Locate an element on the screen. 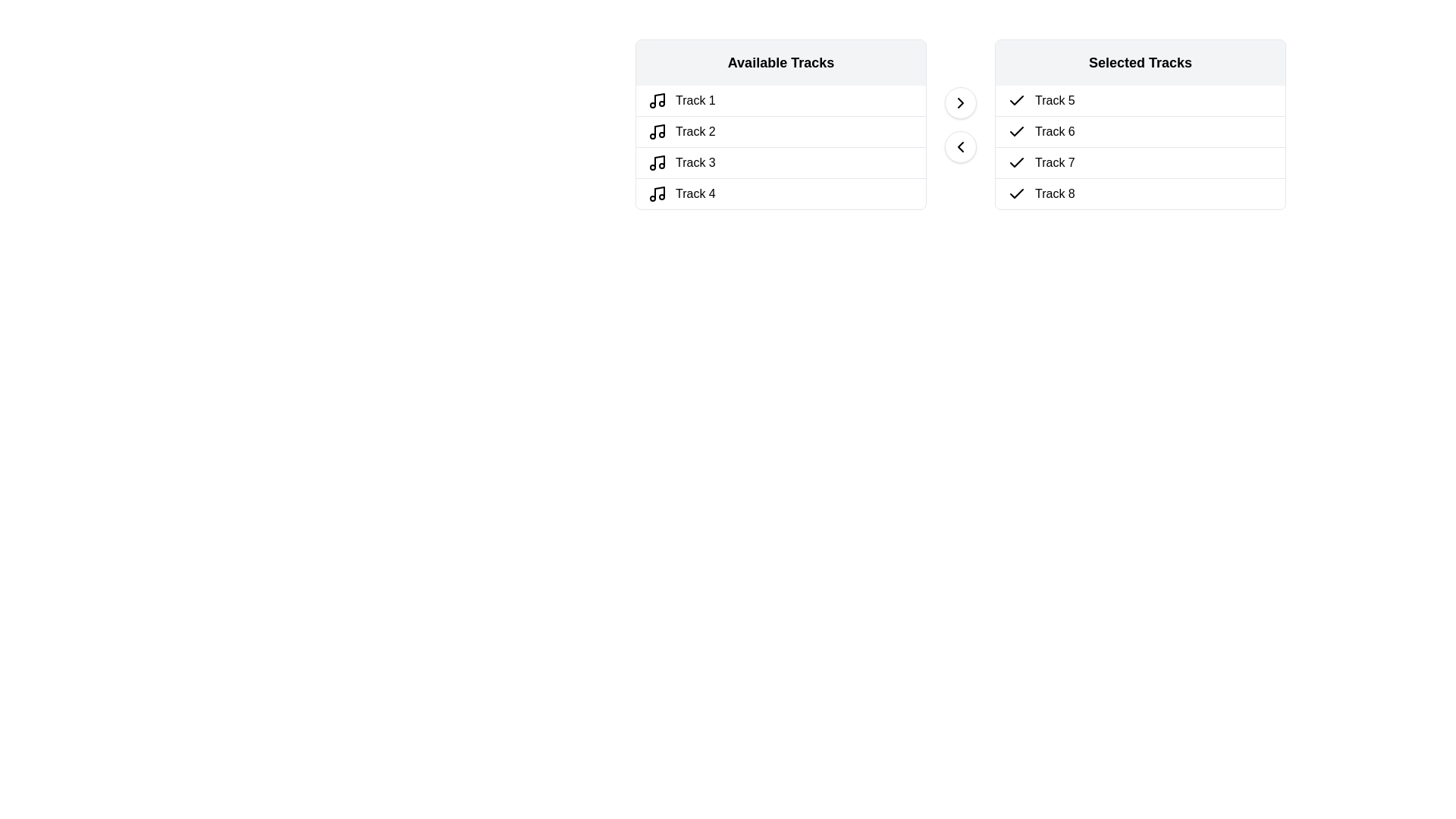 This screenshot has width=1456, height=819. the music note icon located before the text 'Track 1' in the 'Available Tracks' section of the left panel is located at coordinates (657, 100).